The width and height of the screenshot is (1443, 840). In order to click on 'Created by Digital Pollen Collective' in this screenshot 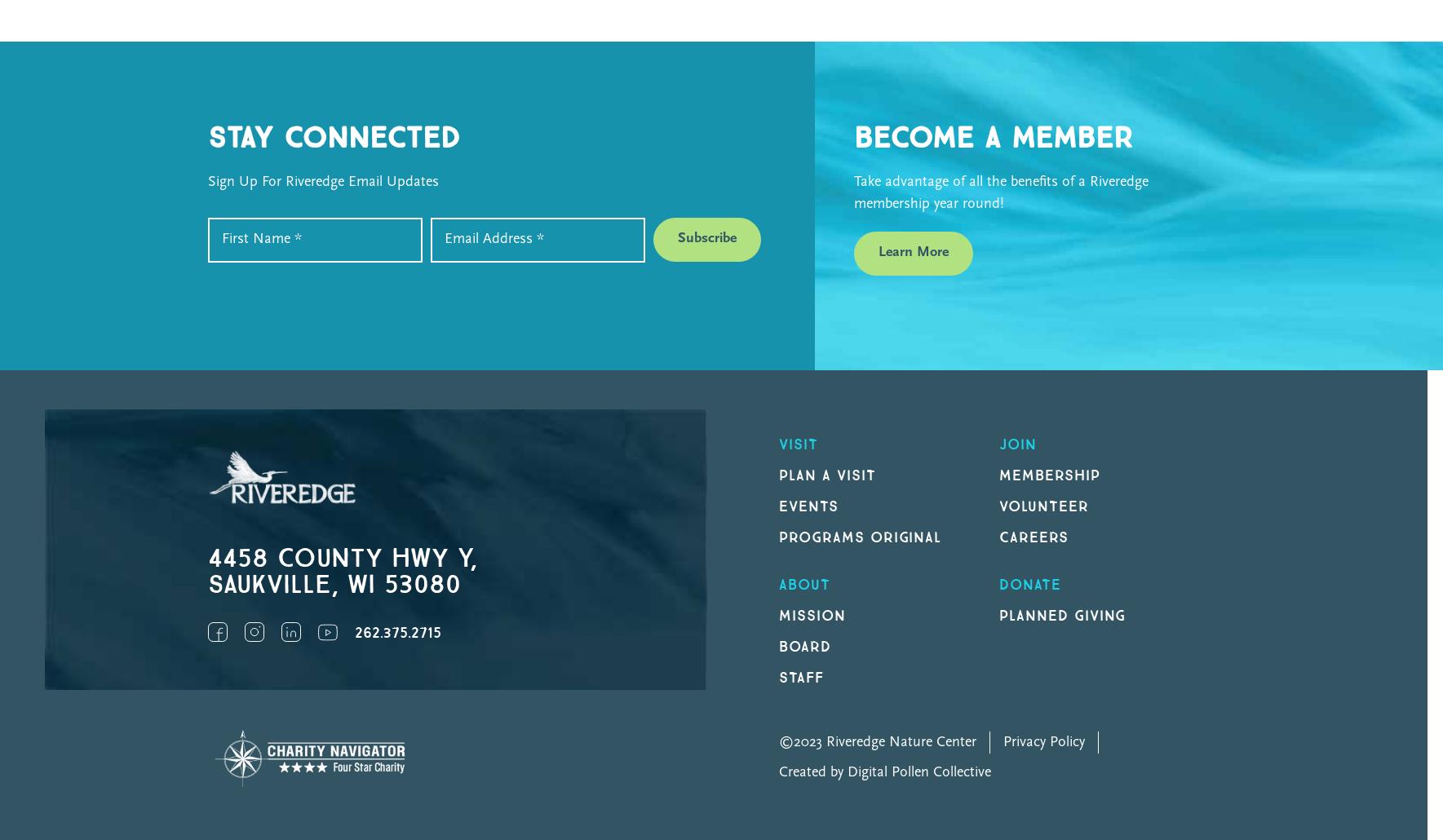, I will do `click(883, 771)`.